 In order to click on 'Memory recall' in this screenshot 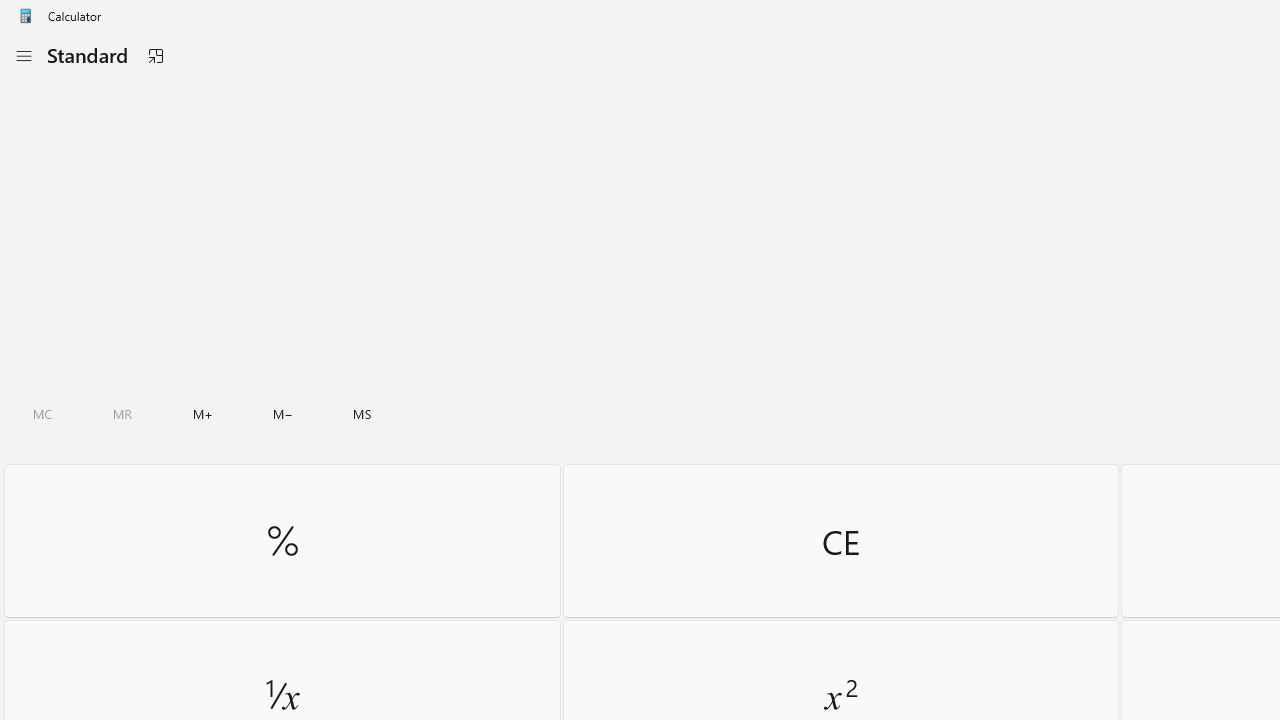, I will do `click(122, 413)`.